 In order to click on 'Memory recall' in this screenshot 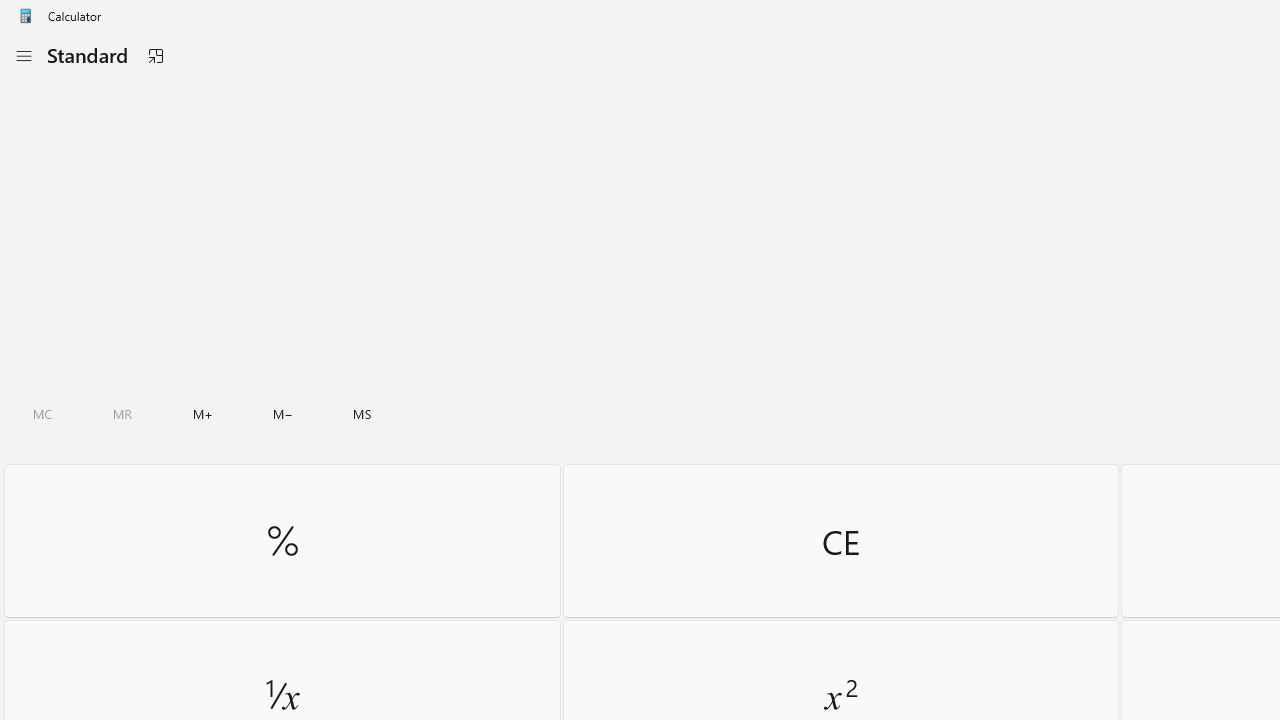, I will do `click(122, 413)`.